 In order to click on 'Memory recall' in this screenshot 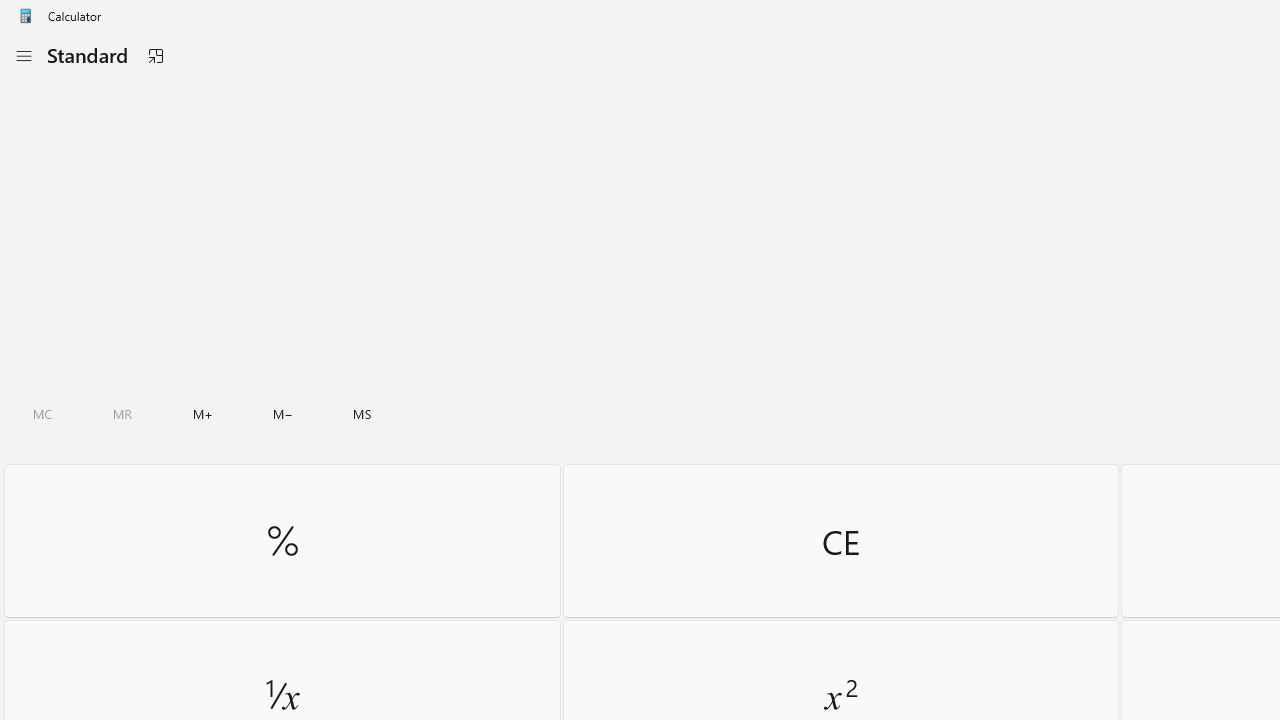, I will do `click(122, 413)`.